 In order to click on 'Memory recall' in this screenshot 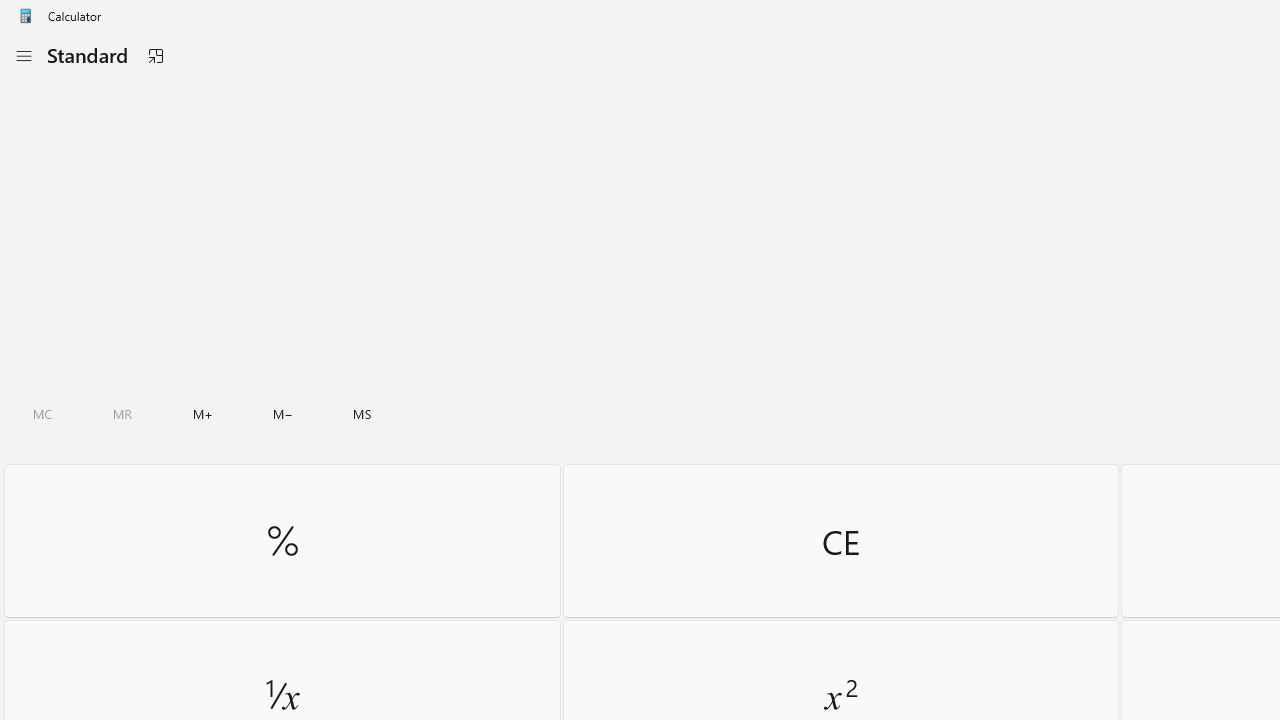, I will do `click(122, 413)`.